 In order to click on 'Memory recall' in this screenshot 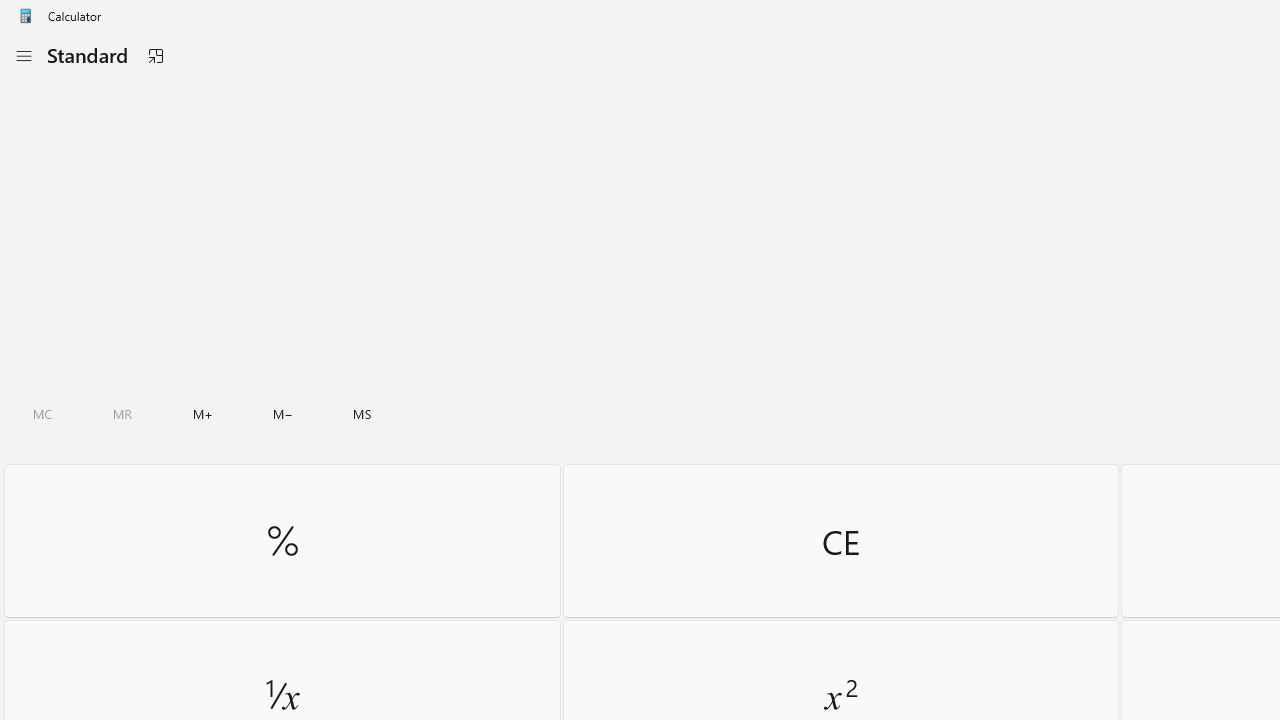, I will do `click(122, 413)`.